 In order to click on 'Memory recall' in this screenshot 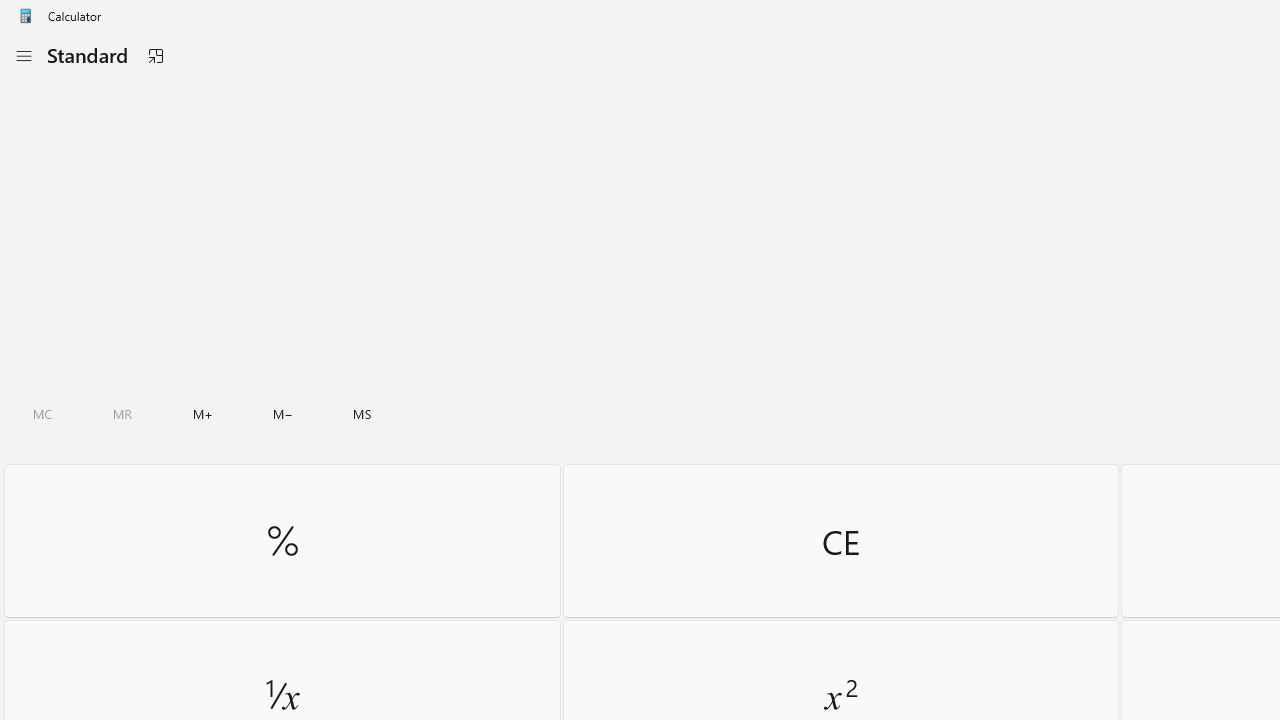, I will do `click(122, 413)`.